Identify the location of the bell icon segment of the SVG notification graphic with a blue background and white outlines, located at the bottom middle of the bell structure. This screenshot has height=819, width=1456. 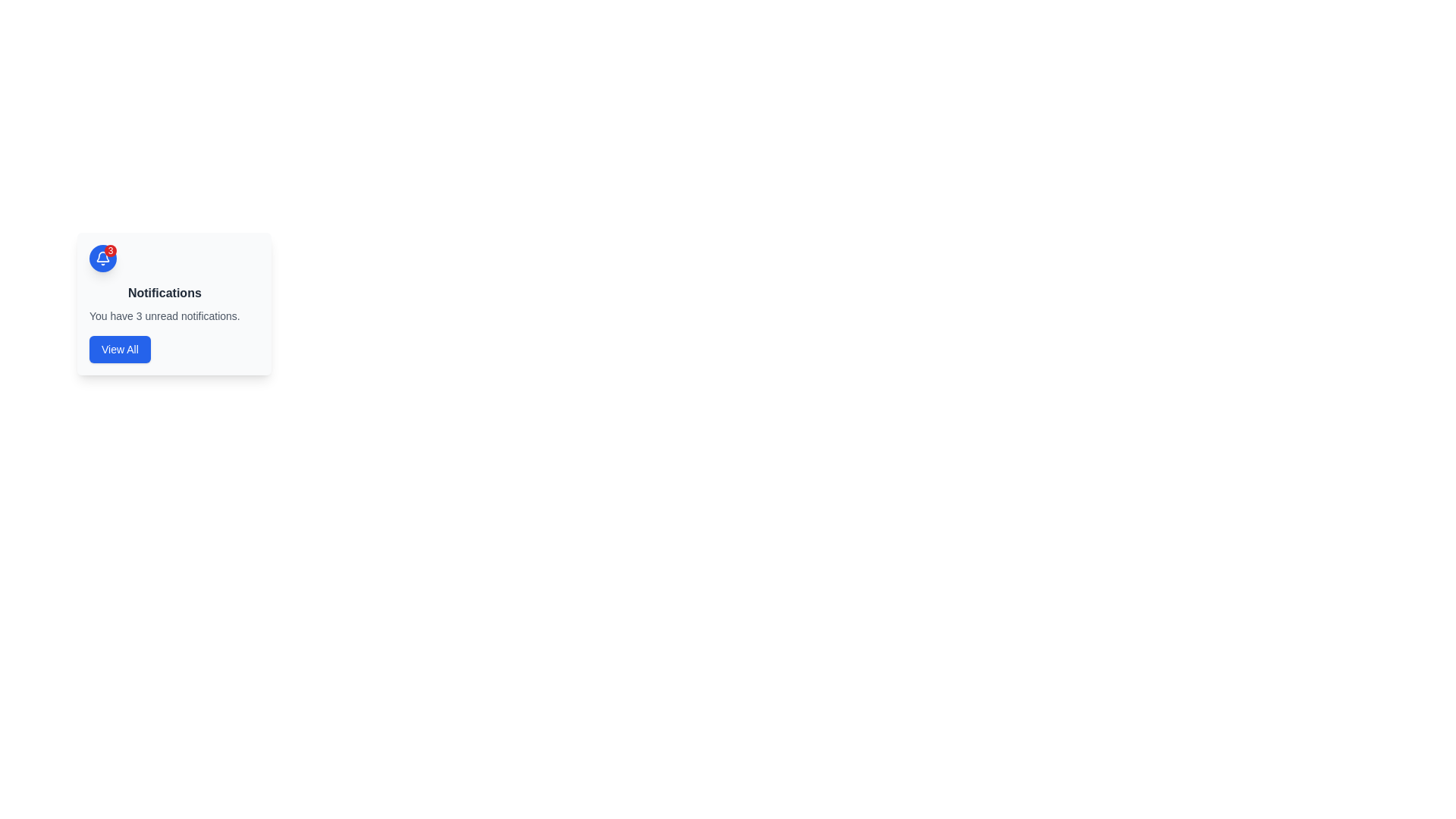
(102, 256).